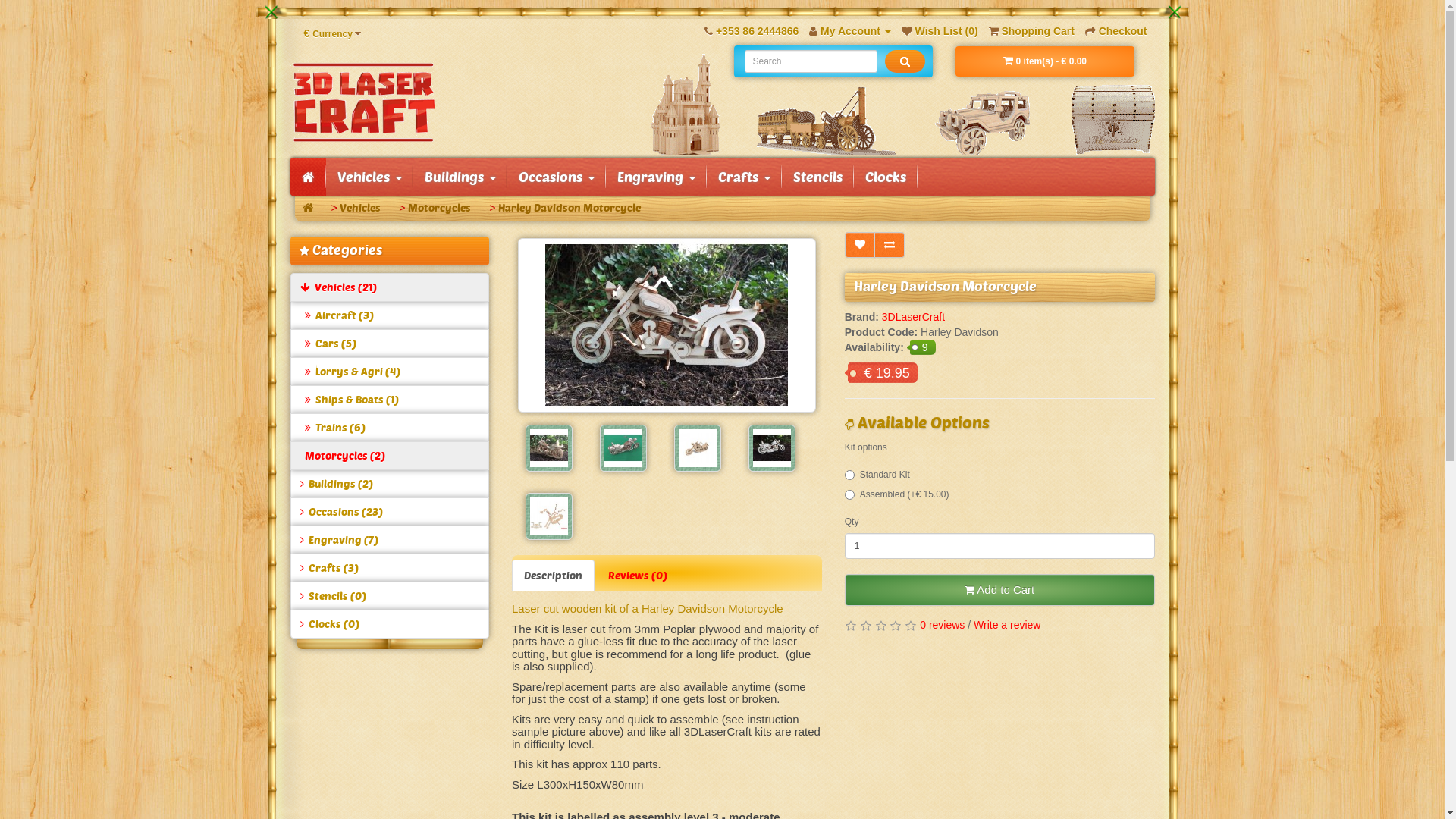 The height and width of the screenshot is (819, 1456). Describe the element at coordinates (999, 589) in the screenshot. I see `'Add to Cart'` at that location.